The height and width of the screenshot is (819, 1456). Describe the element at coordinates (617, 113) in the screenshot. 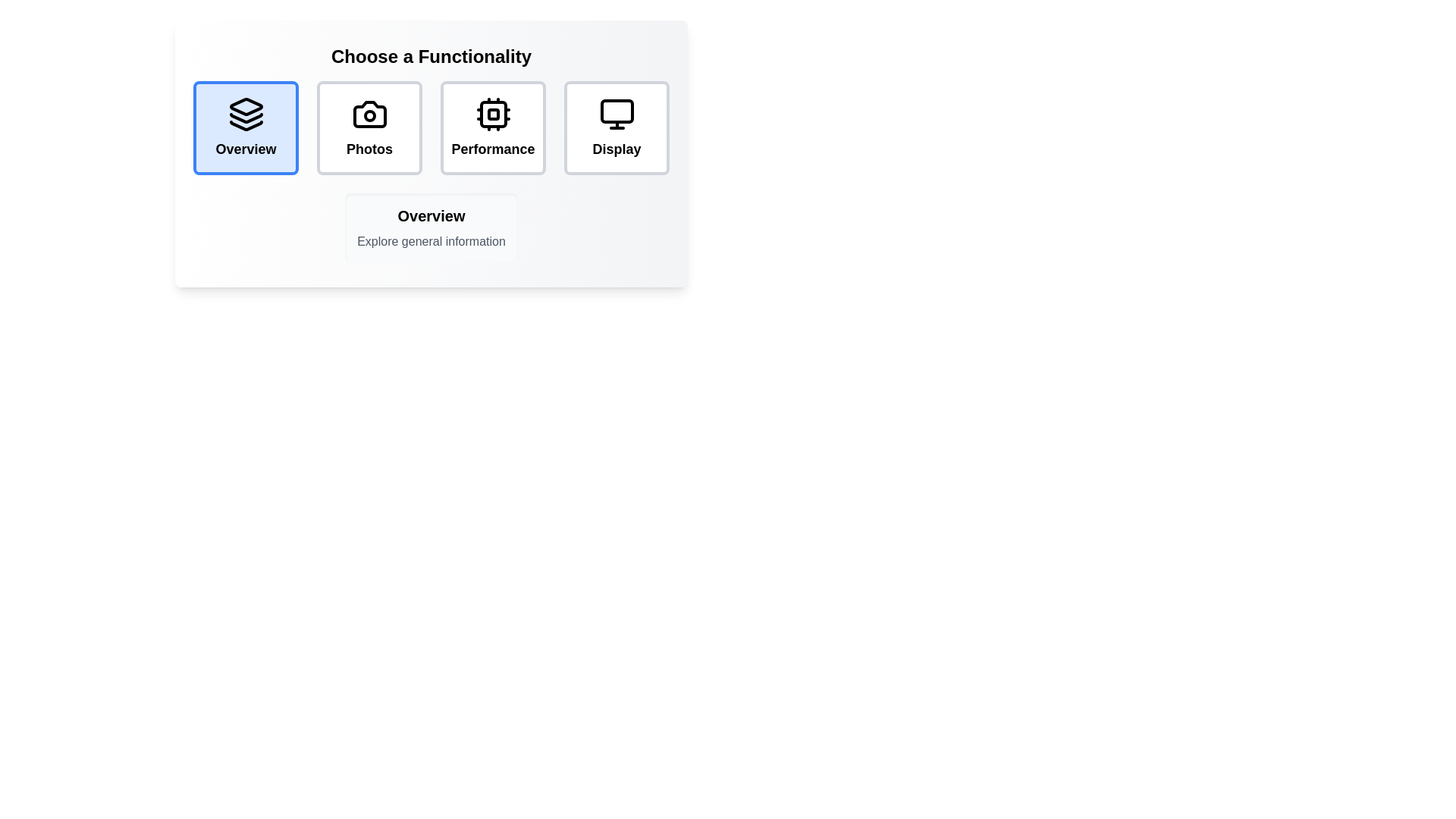

I see `the display icon located centrally within the third item of the horizontally aligned group of four elements under the 'Display' label` at that location.